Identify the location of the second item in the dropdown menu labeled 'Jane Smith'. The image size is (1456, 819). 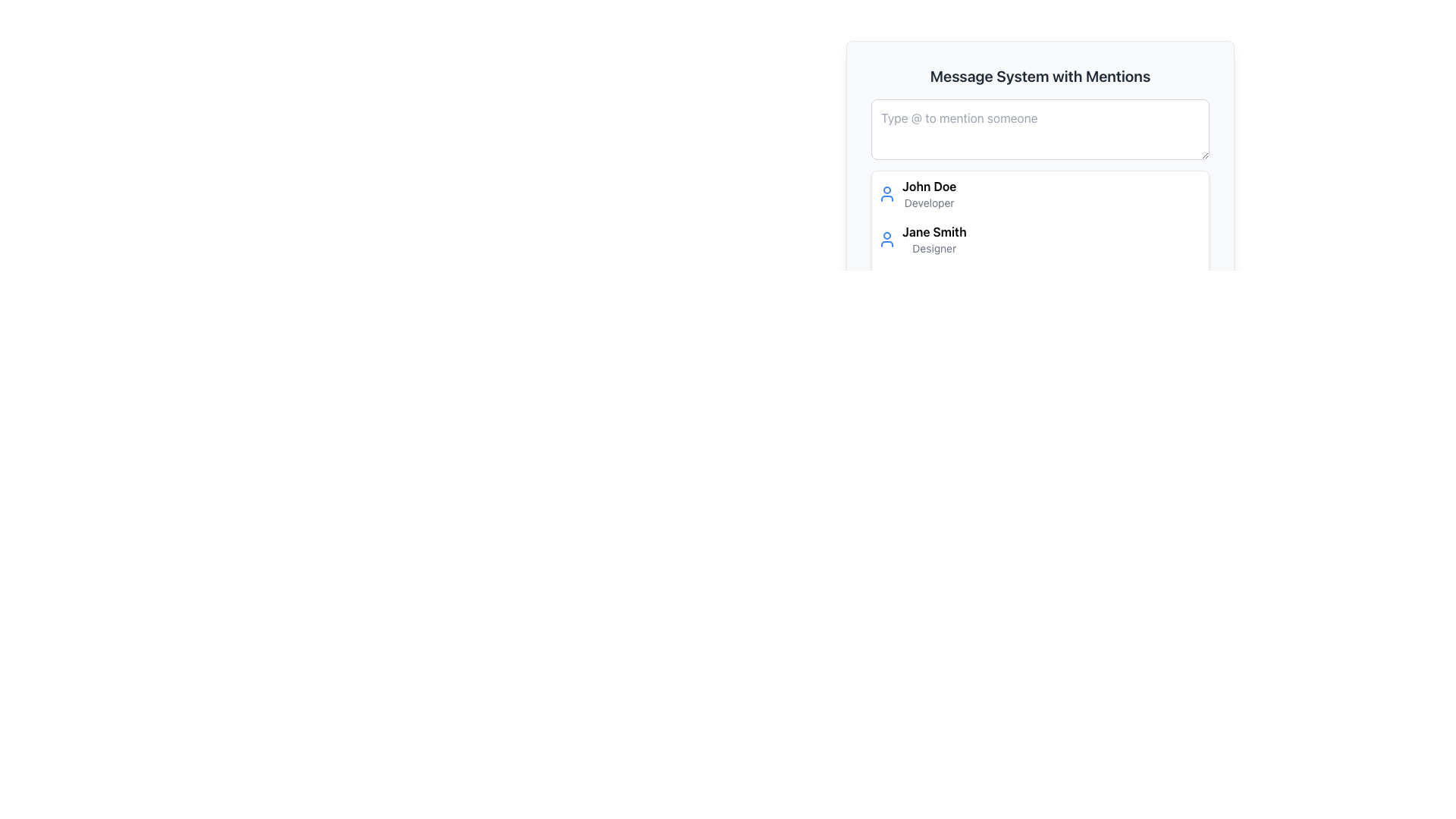
(1040, 239).